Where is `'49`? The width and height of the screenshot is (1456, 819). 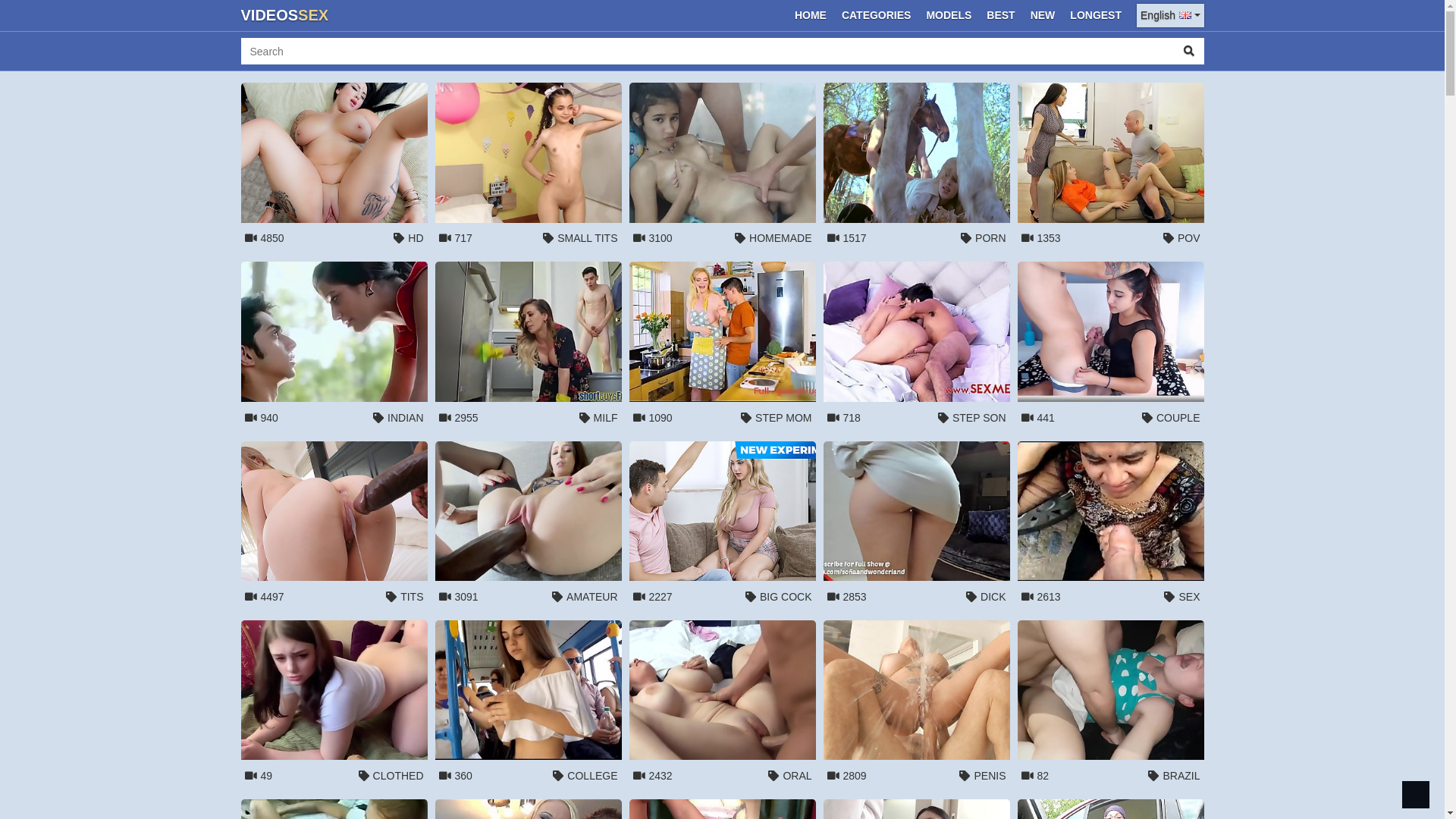 '49 is located at coordinates (334, 705).